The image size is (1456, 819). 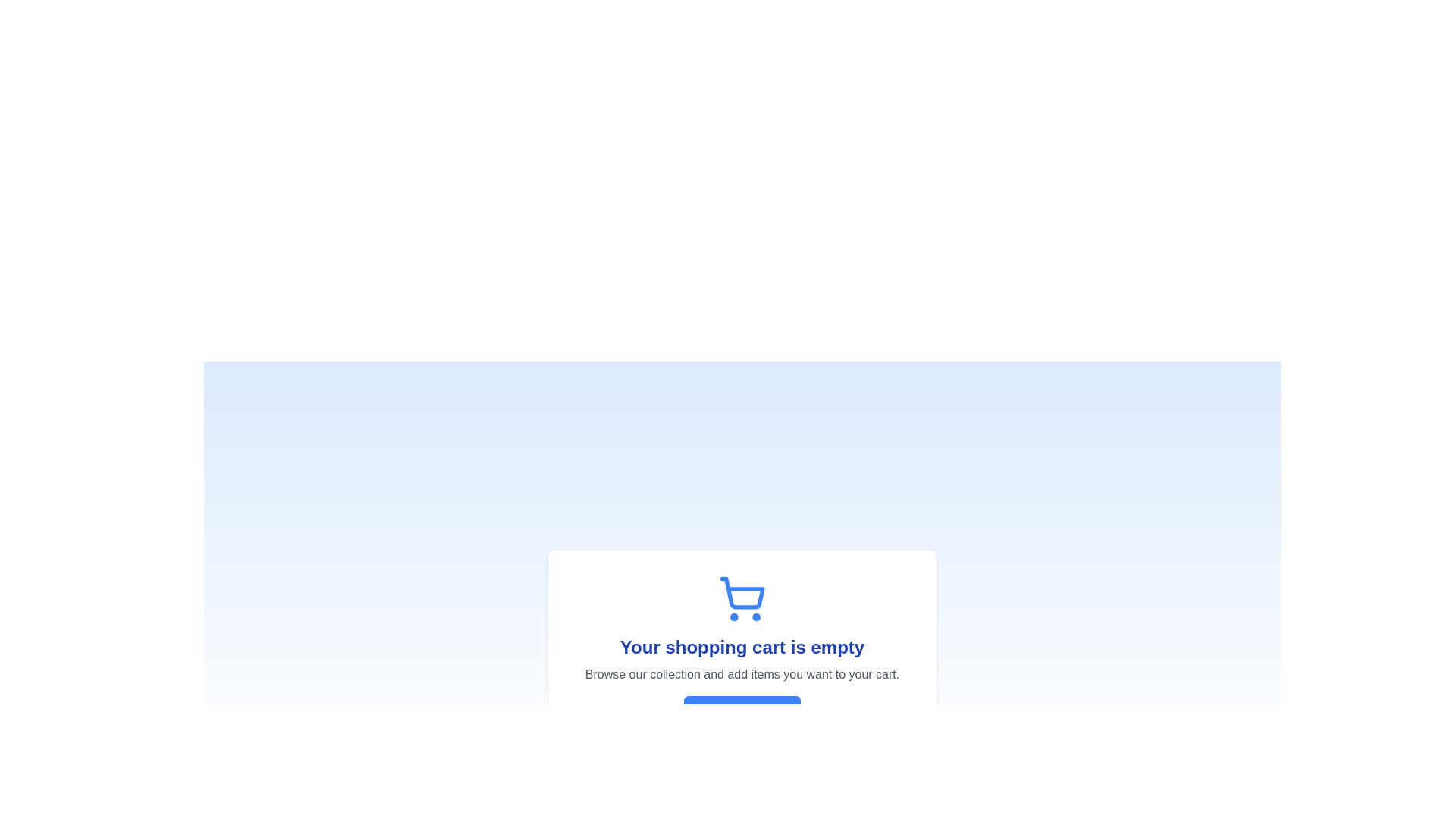 I want to click on the informational text block that reads 'Browse our collection and add items you want to your cart.', which is located below the heading 'Your shopping cart is empty' and above the 'Start Shopping' button, so click(x=742, y=674).